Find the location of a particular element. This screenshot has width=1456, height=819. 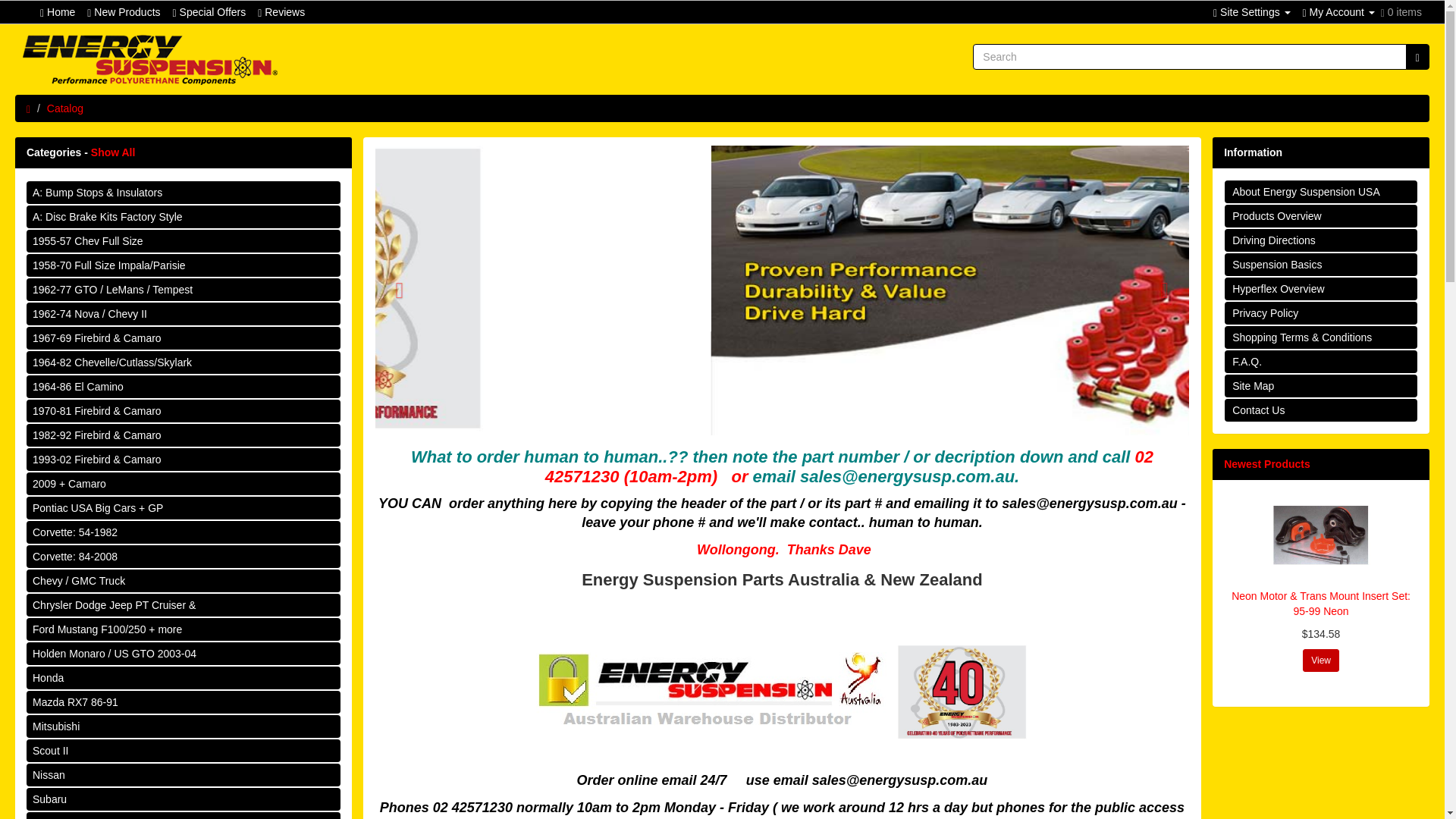

'Privacy Policy' is located at coordinates (1320, 312).